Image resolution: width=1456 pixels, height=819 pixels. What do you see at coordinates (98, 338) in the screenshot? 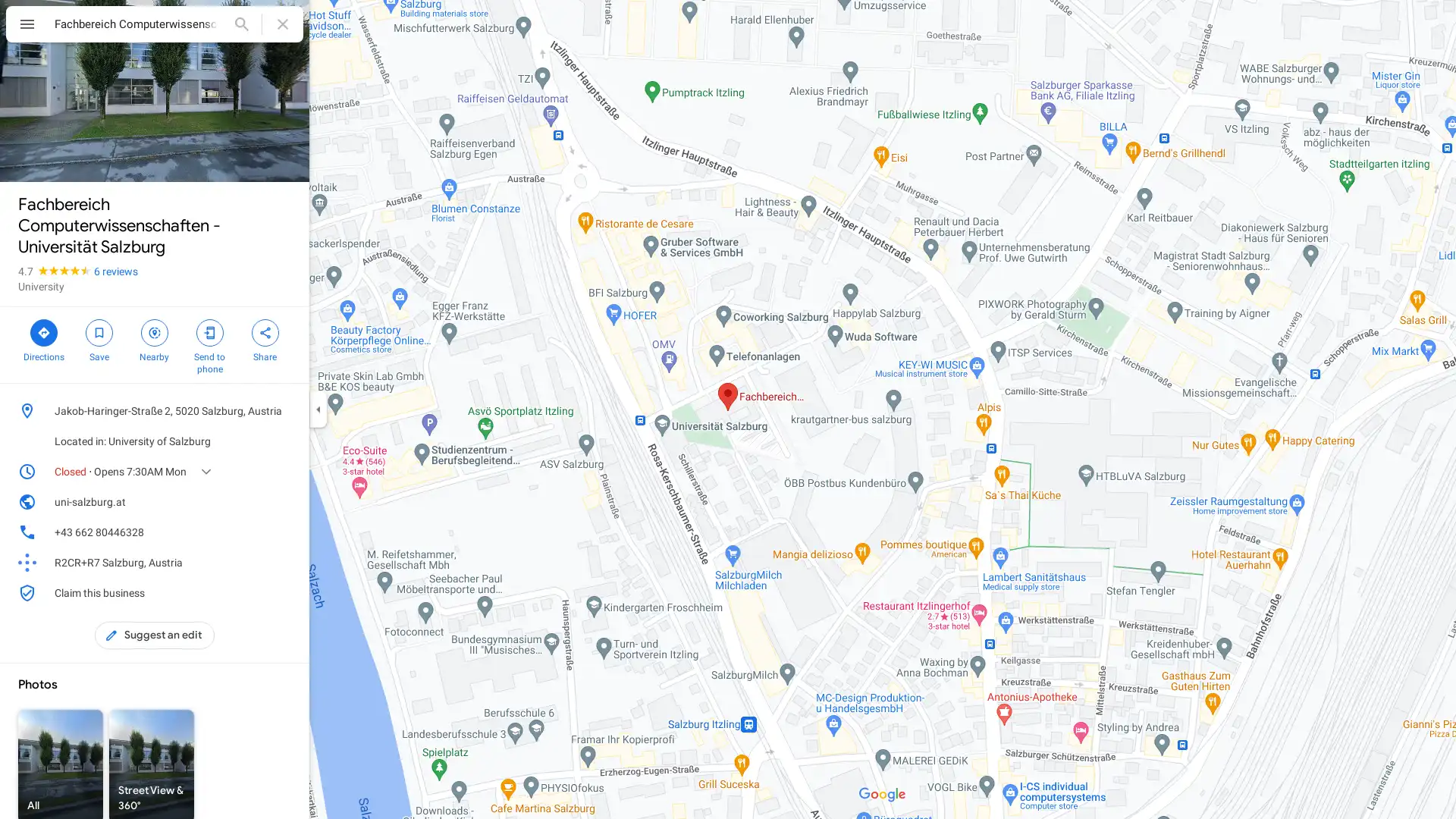
I see `Save Fachbereich Computerwissenschaften - Universitat Salzburg in your lists` at bounding box center [98, 338].